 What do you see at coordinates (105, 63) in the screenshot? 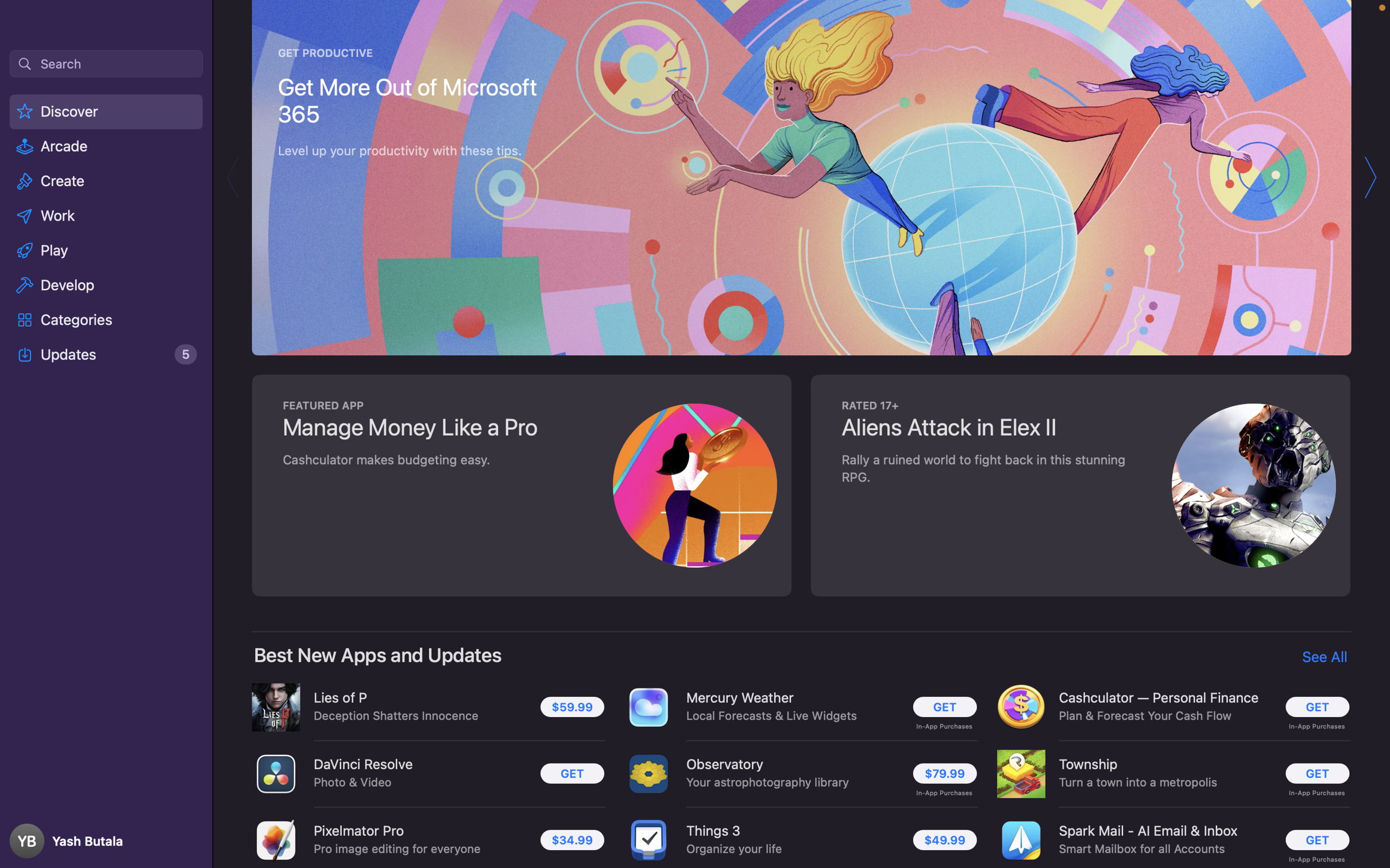
I see `Look for "photo editing" in the search field` at bounding box center [105, 63].